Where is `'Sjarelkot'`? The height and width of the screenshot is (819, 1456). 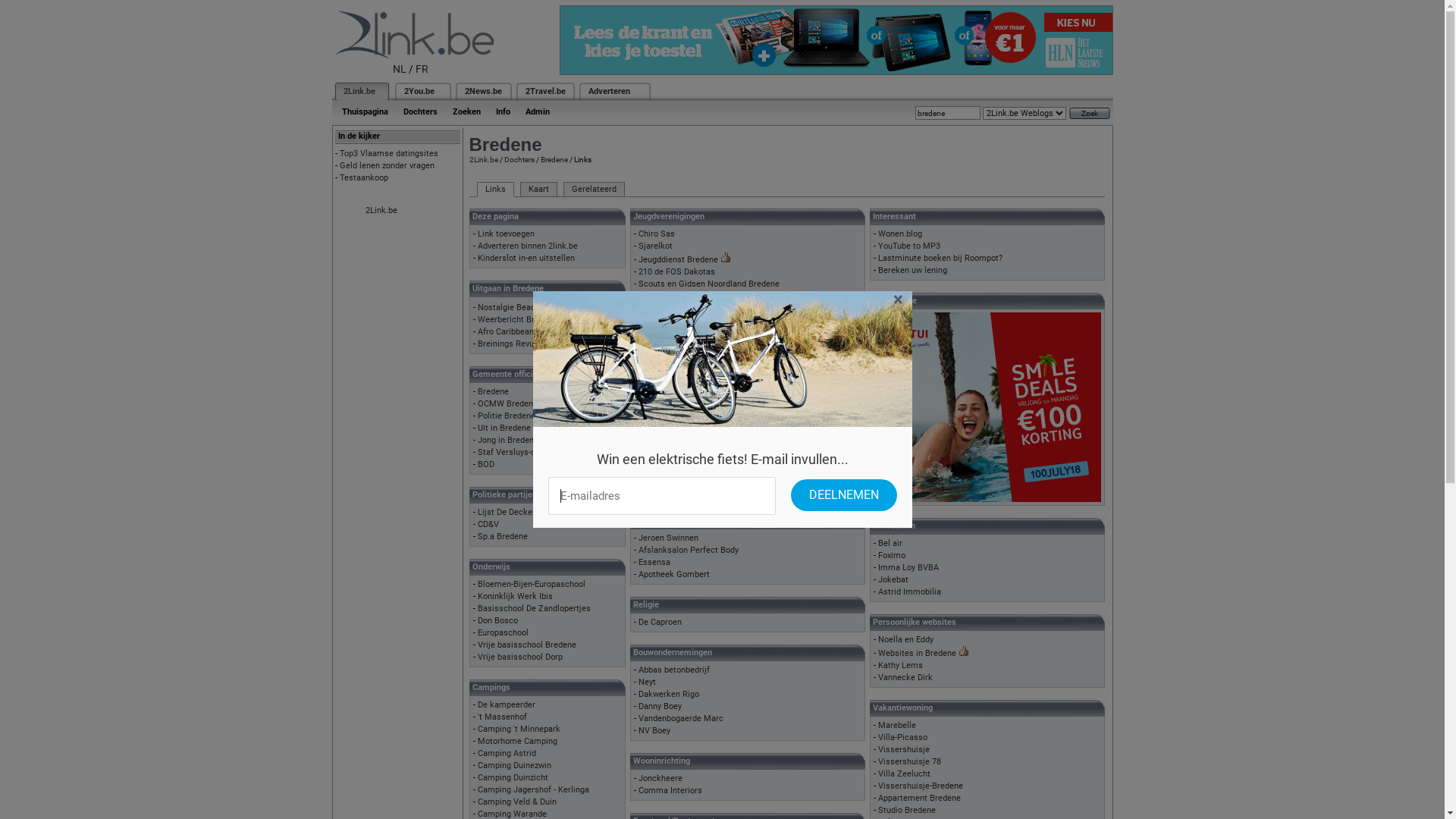 'Sjarelkot' is located at coordinates (655, 245).